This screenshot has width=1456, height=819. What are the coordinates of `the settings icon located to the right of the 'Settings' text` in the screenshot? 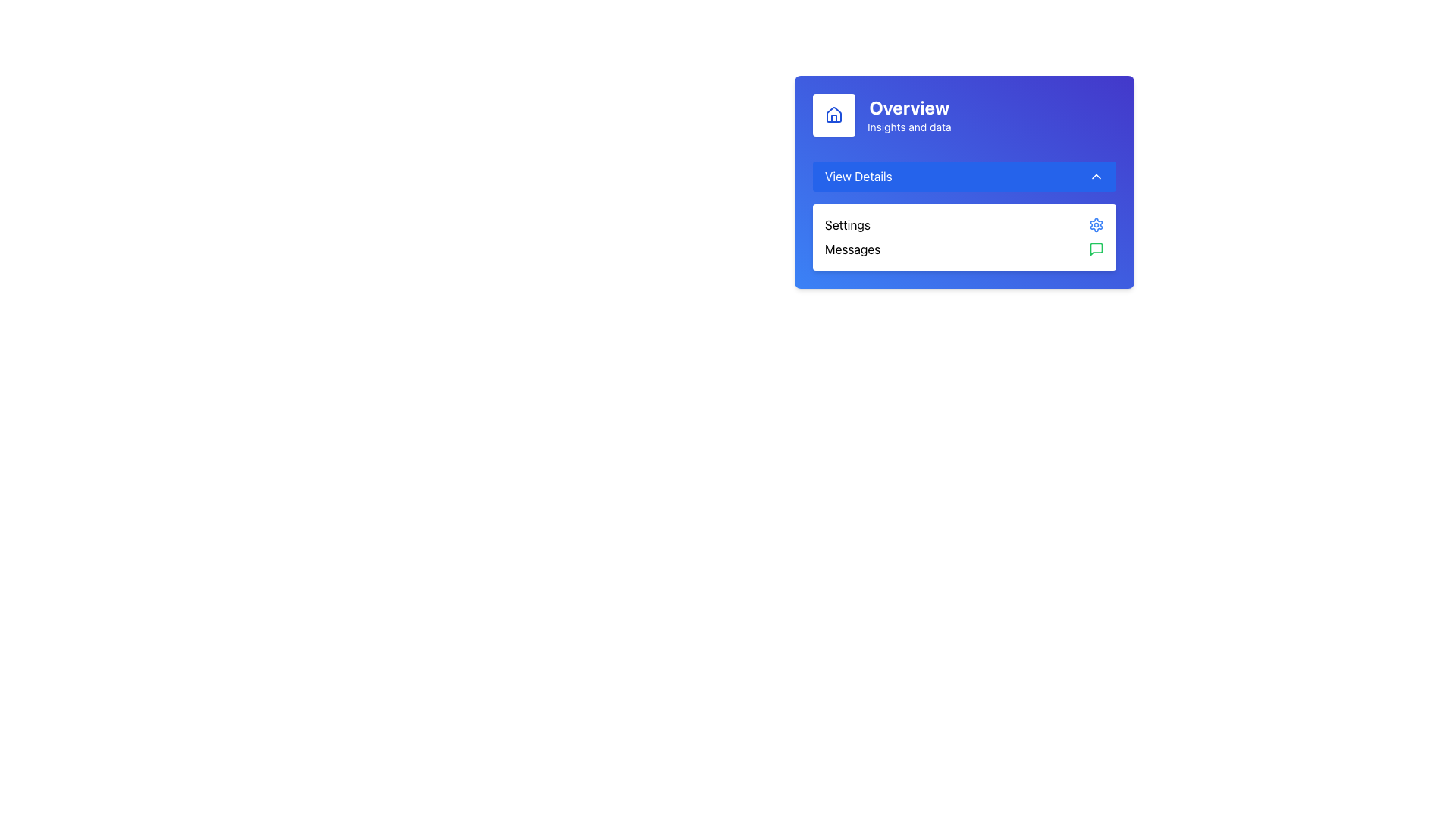 It's located at (1096, 225).